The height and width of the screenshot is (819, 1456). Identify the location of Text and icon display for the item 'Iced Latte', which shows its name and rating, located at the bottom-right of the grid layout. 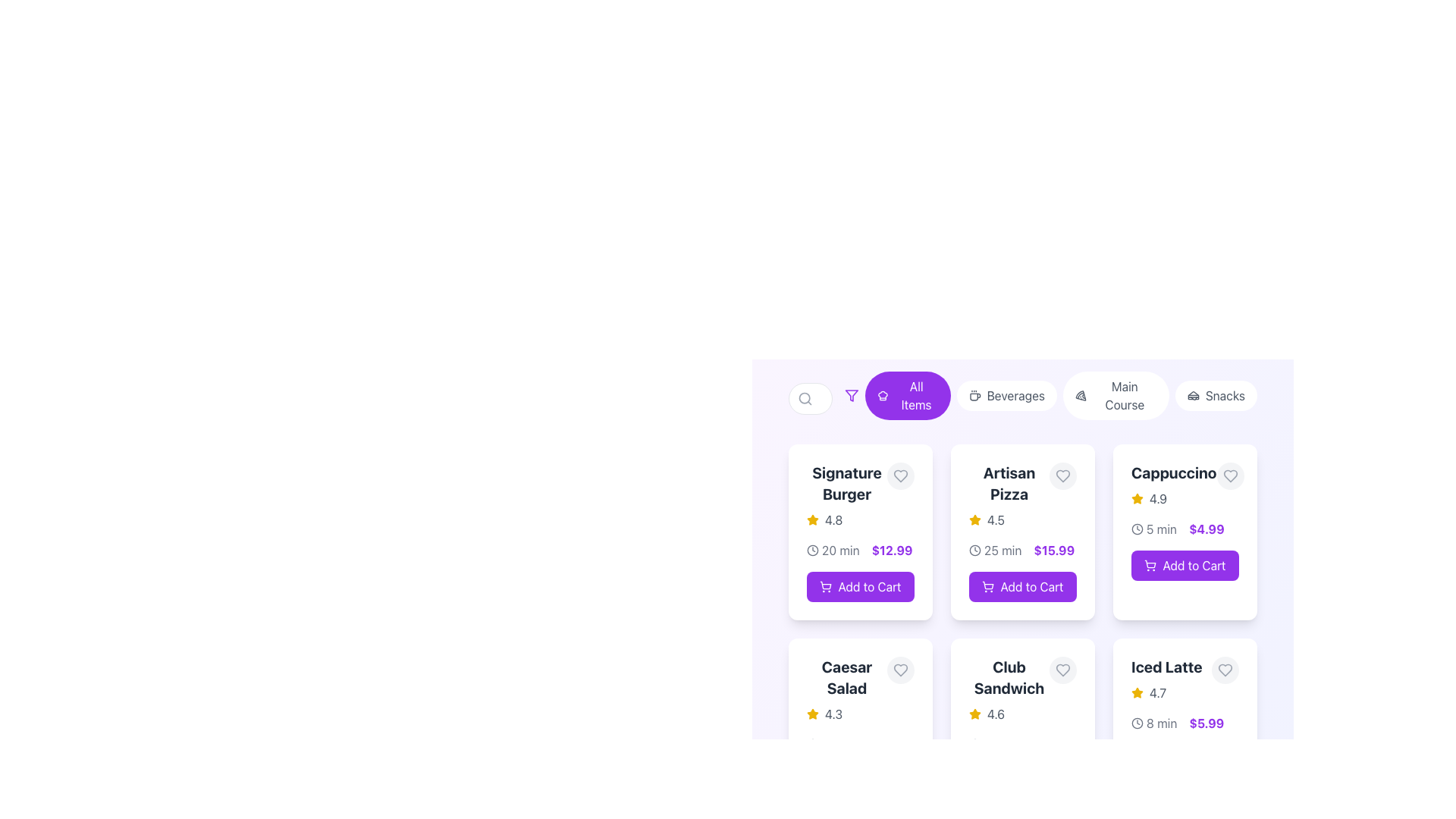
(1166, 678).